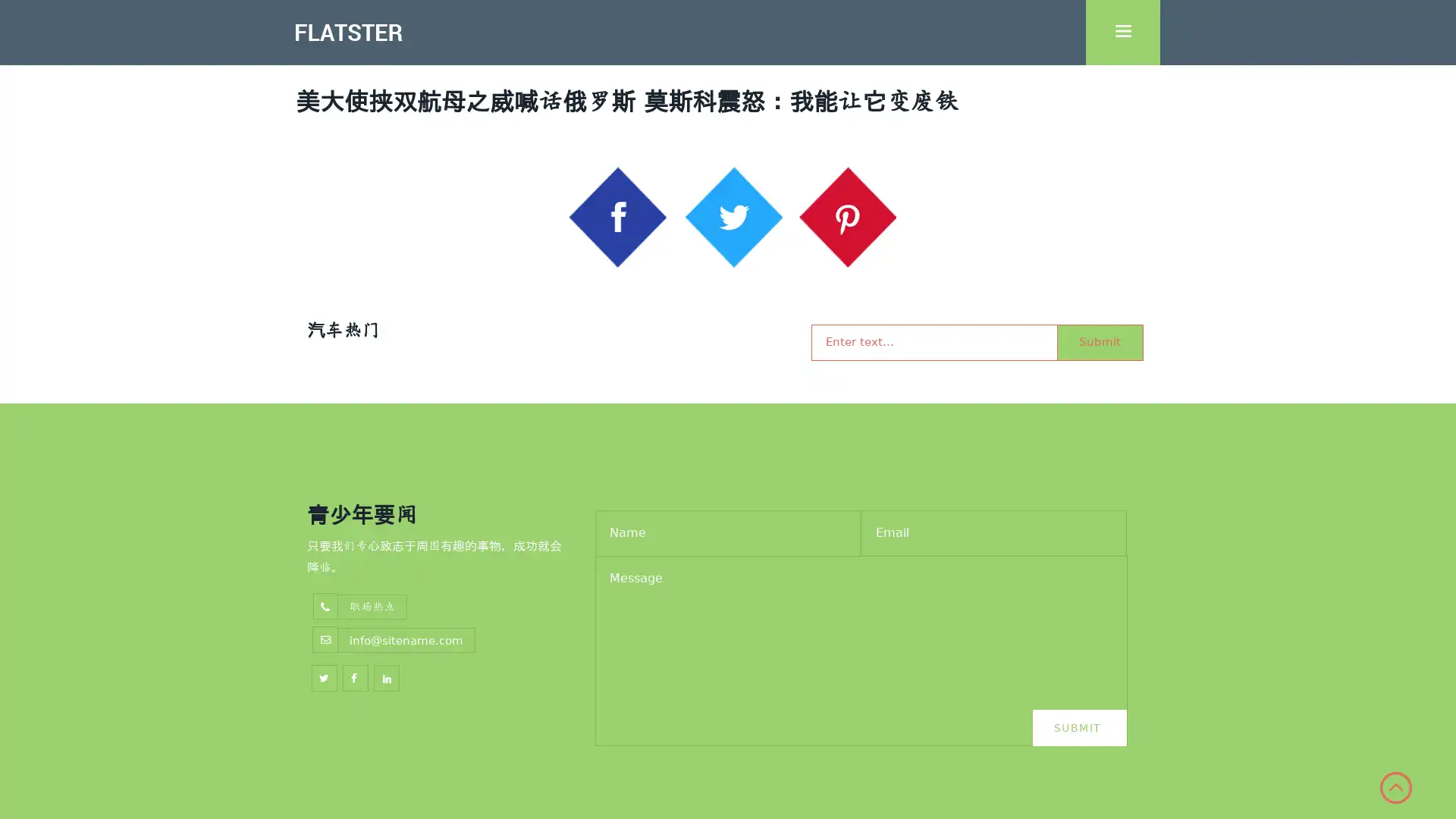  Describe the element at coordinates (1093, 342) in the screenshot. I see `Submit` at that location.